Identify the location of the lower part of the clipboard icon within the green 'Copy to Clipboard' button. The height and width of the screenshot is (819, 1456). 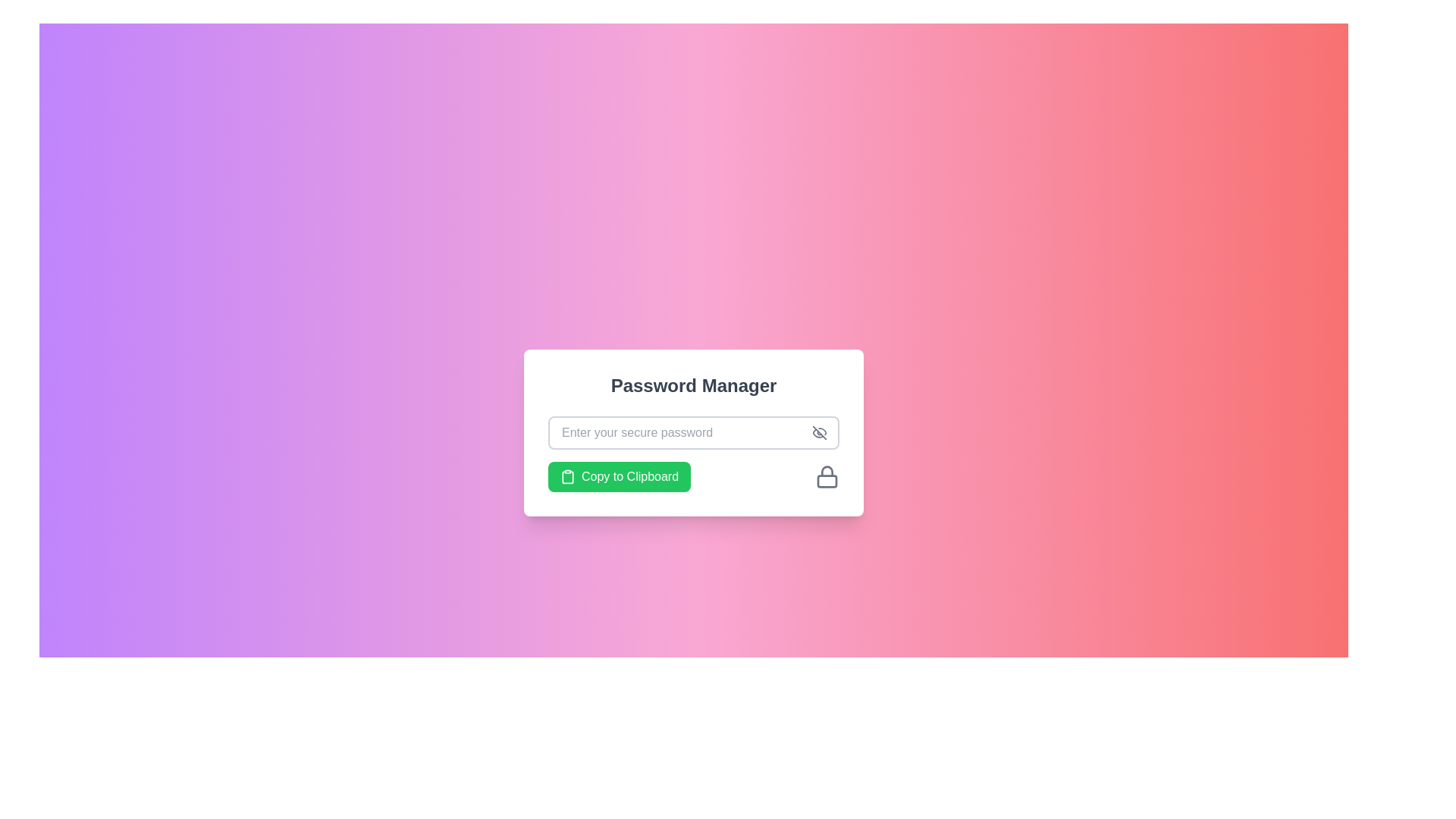
(566, 475).